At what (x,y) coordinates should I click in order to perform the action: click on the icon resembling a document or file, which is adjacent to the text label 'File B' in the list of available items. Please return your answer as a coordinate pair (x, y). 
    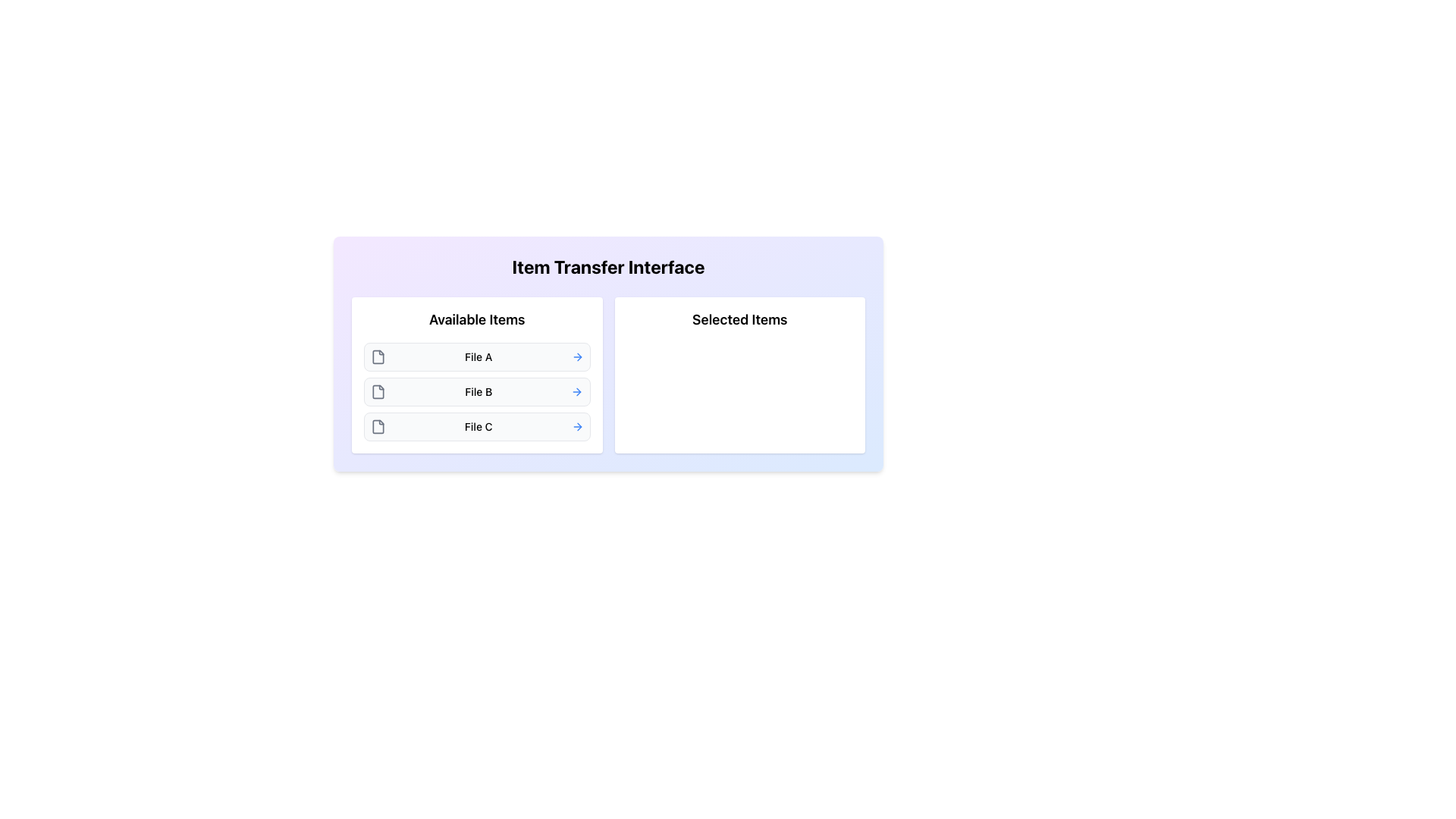
    Looking at the image, I should click on (378, 391).